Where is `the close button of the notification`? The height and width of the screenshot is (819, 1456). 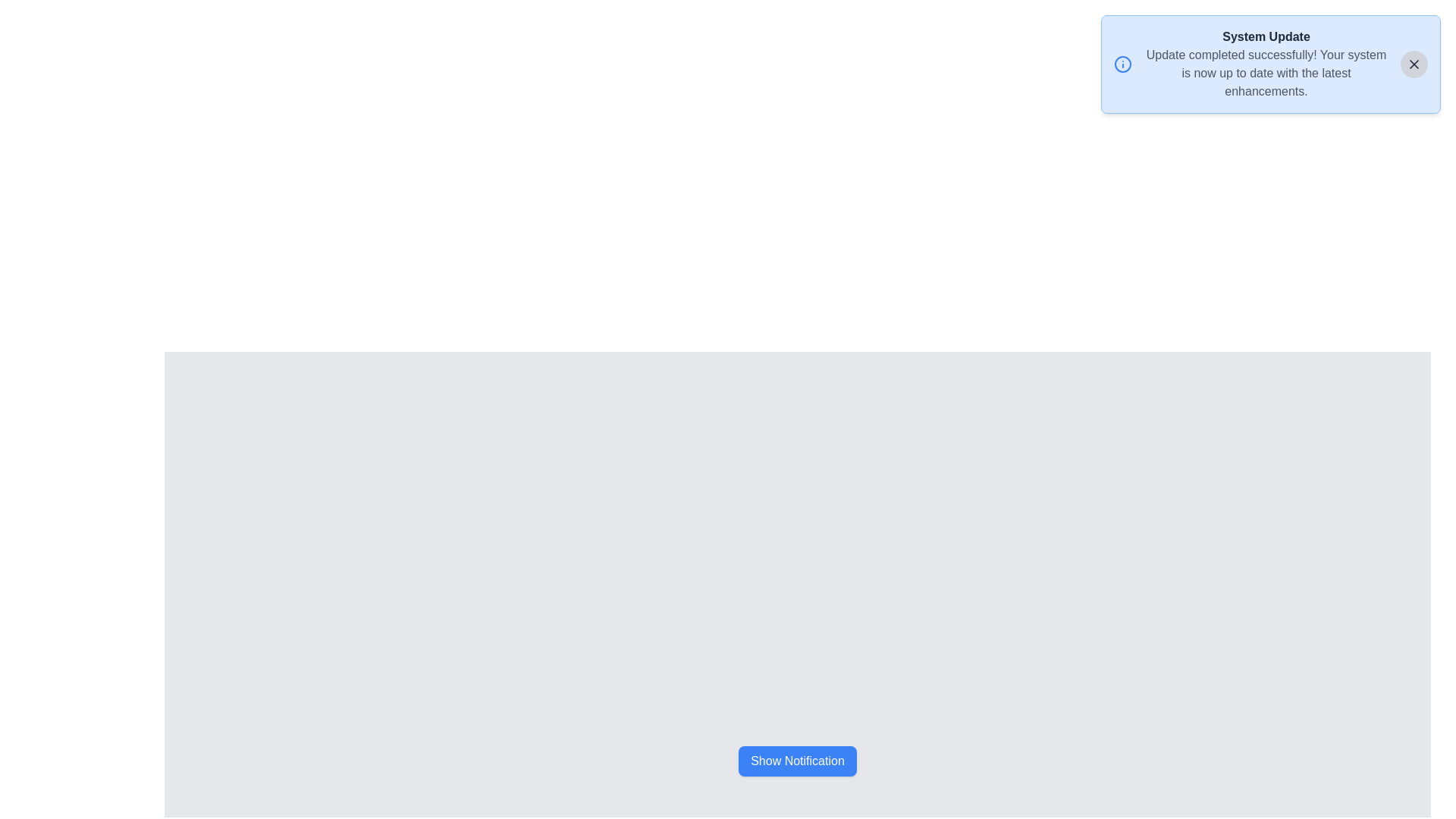 the close button of the notification is located at coordinates (1414, 63).